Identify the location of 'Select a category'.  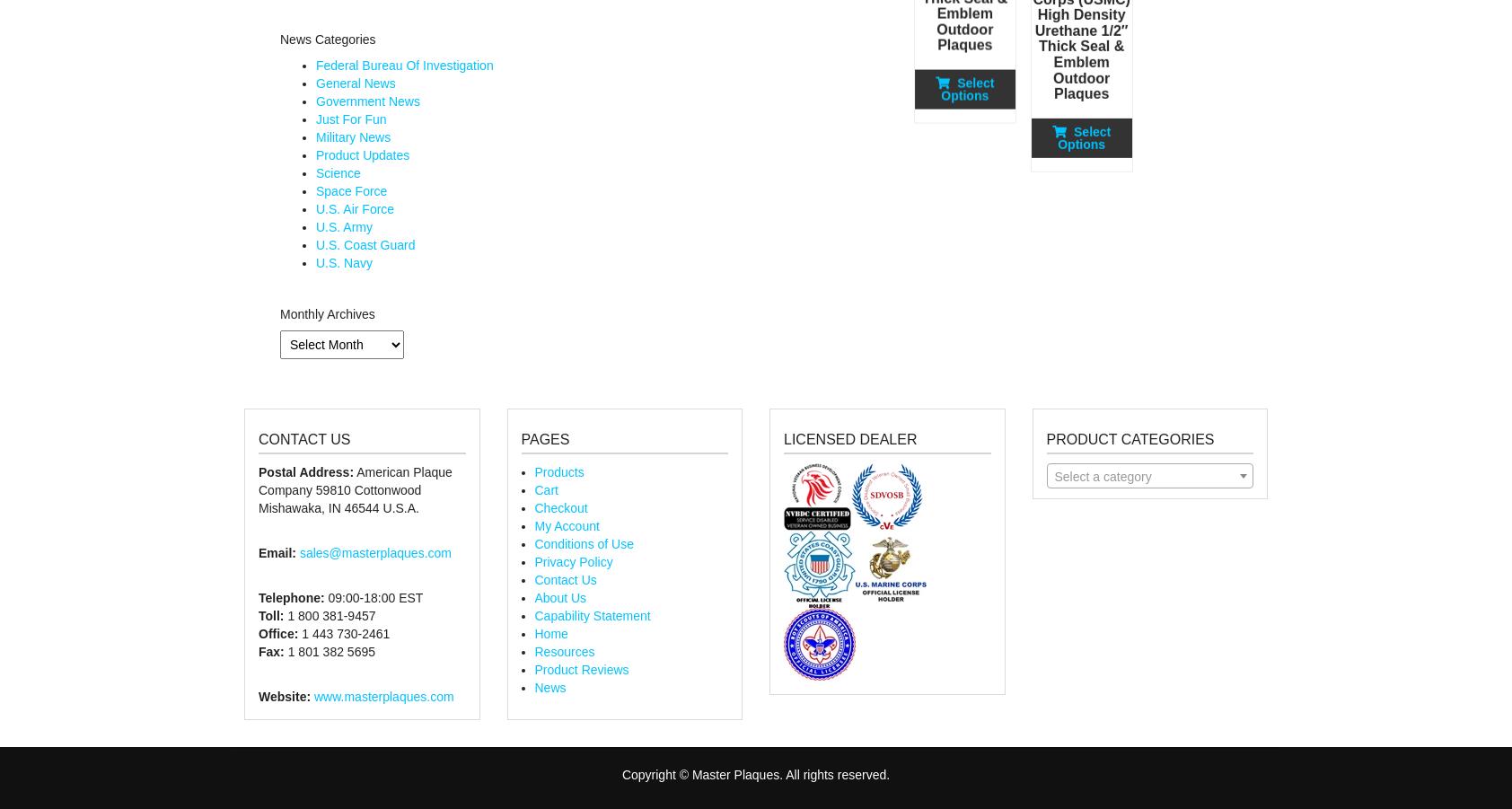
(1102, 475).